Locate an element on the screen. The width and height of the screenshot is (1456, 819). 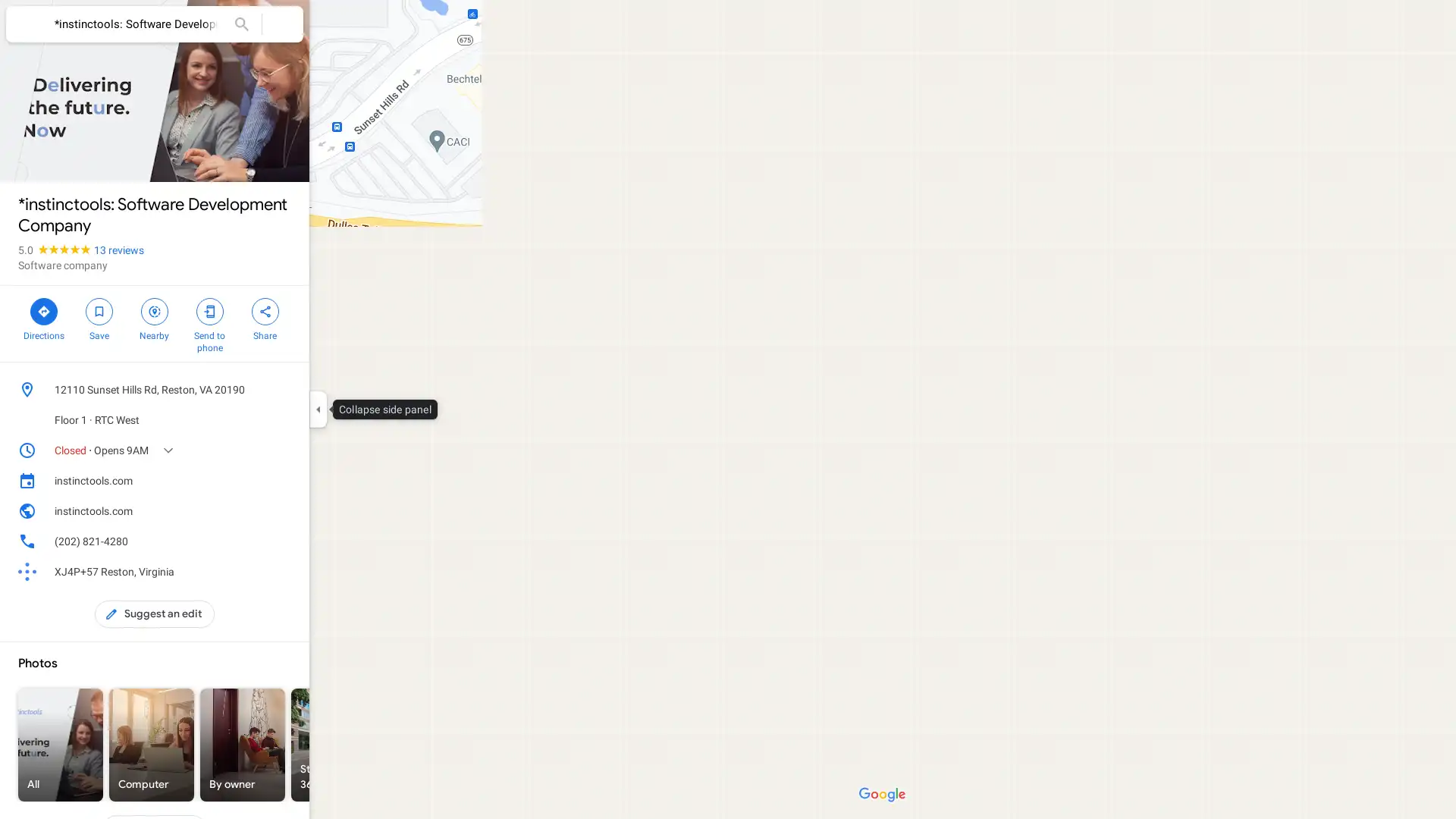
Copy website is located at coordinates (284, 511).